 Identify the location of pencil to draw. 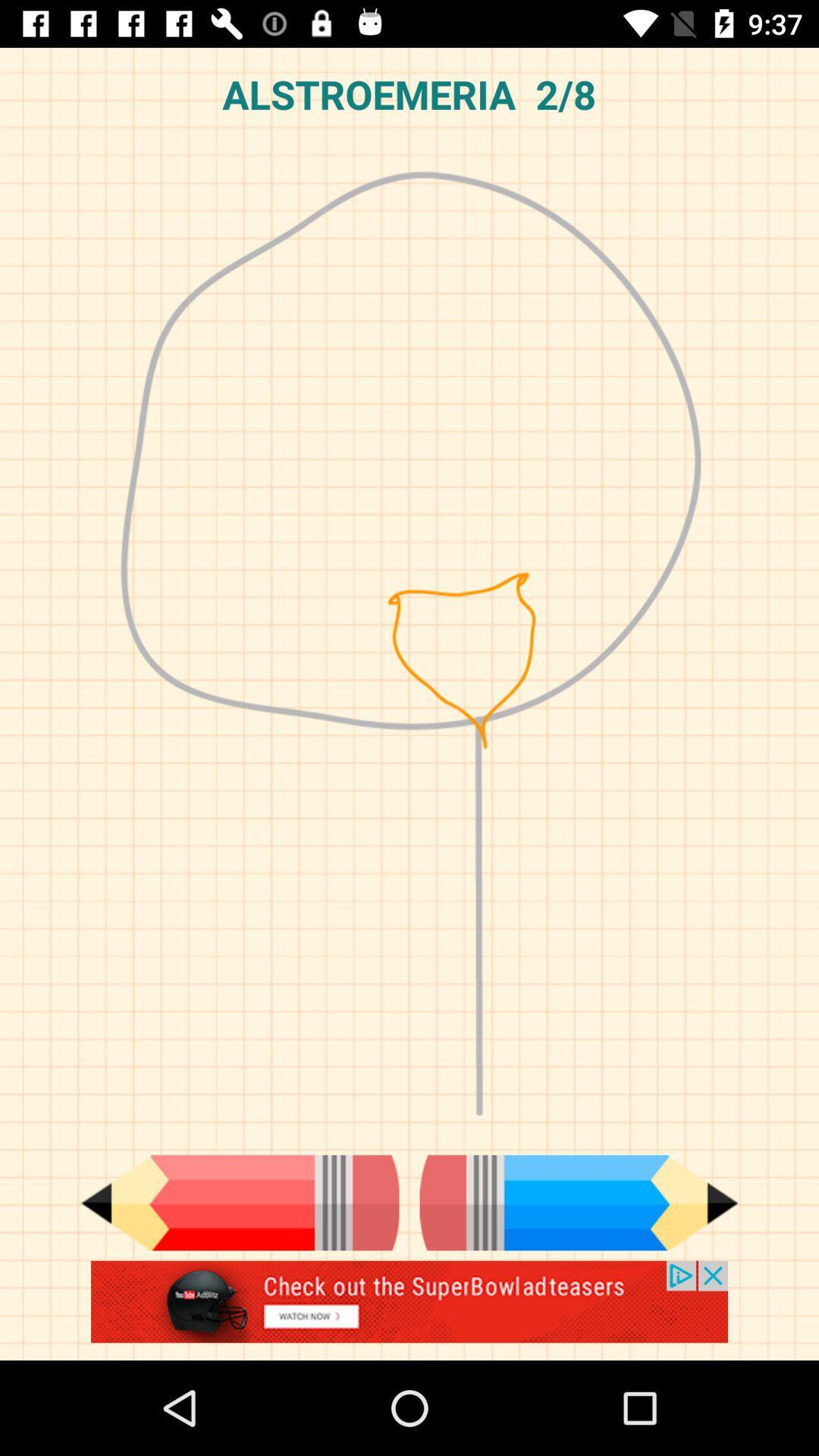
(579, 1202).